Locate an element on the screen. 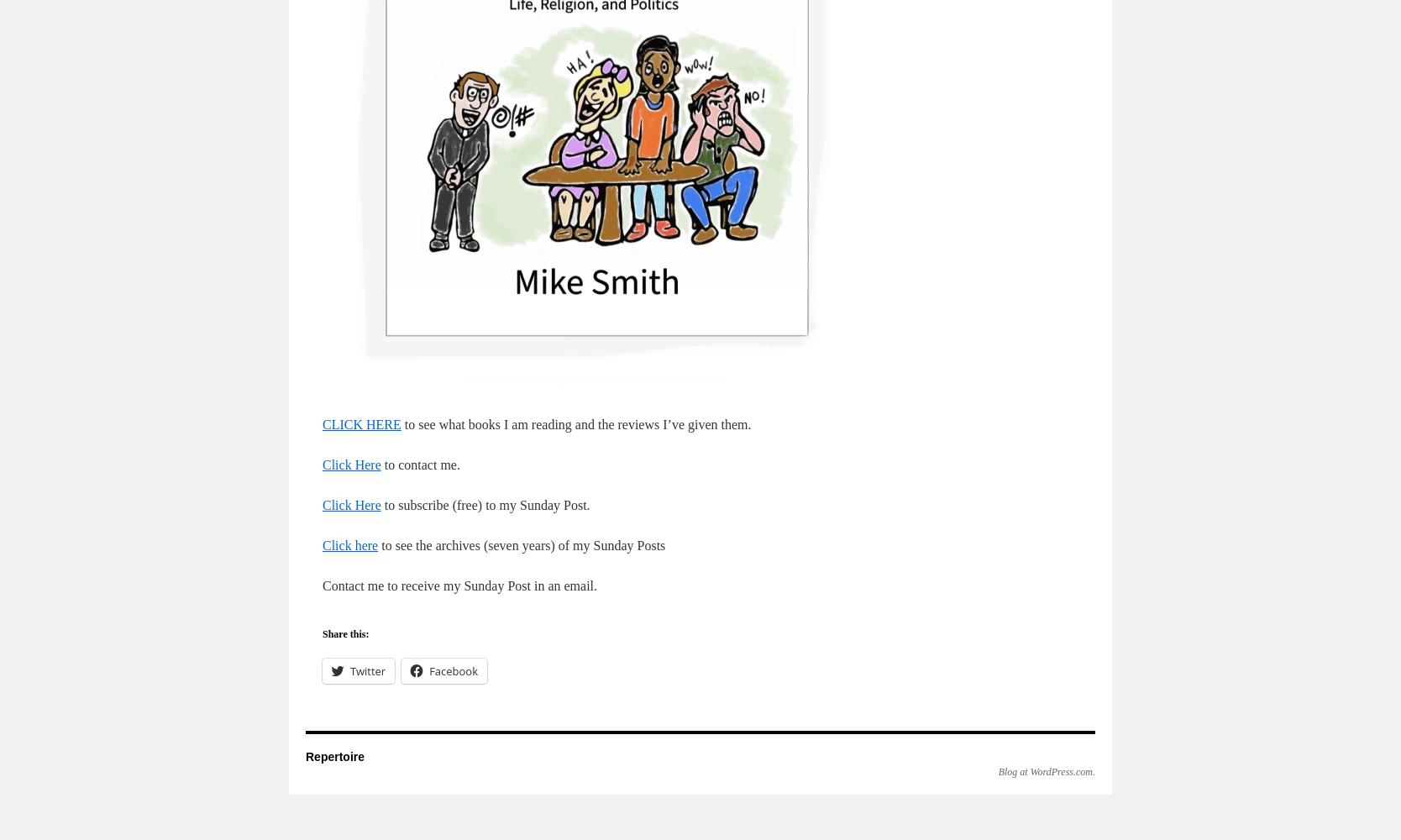 The image size is (1401, 840). 'to see what books I am reading and the reviews I’ve given them.' is located at coordinates (575, 424).